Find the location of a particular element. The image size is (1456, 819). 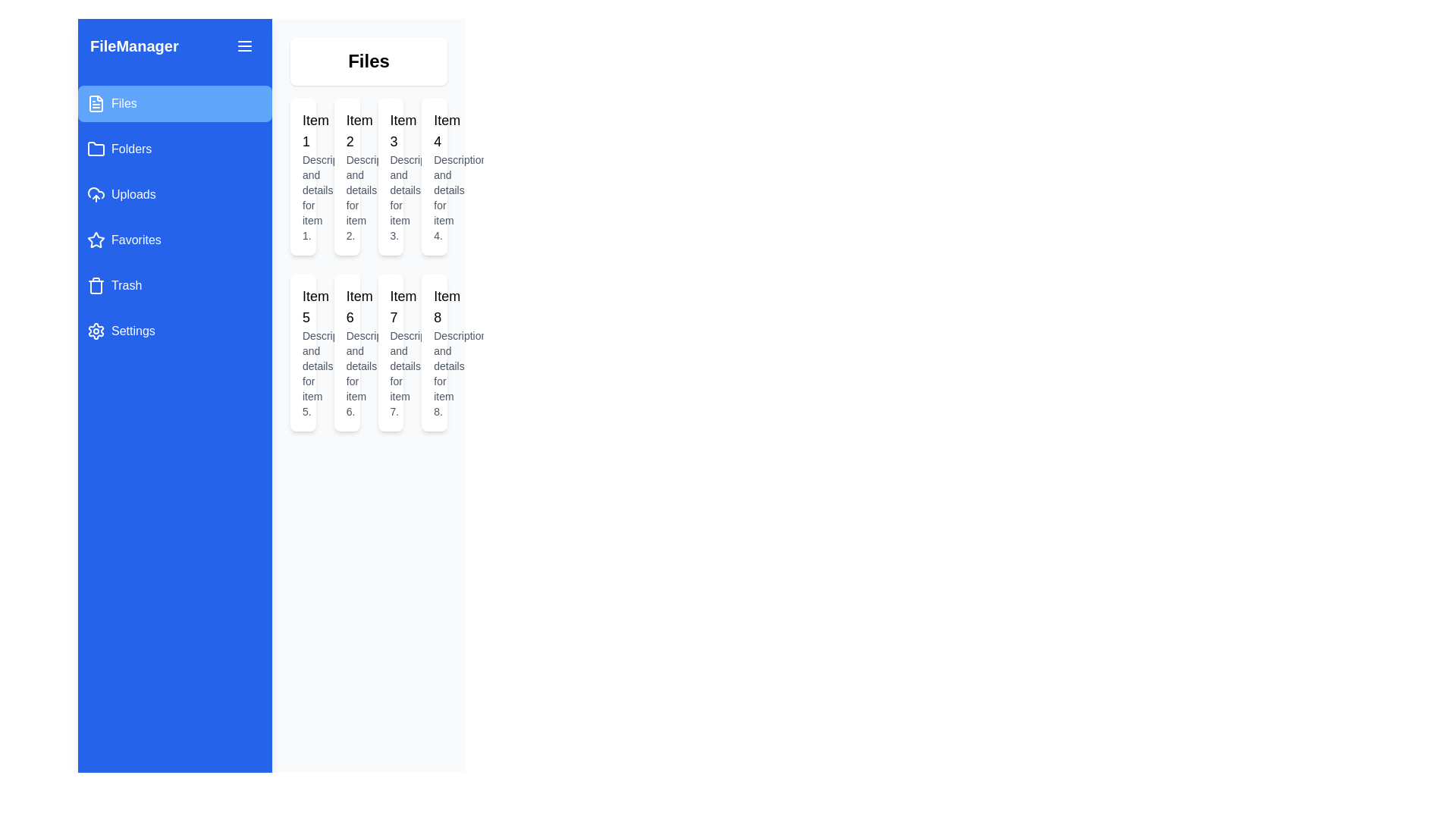

the blue star icon with a black outline in the 'Favorites' section of the vertical navigation panel is located at coordinates (94, 239).